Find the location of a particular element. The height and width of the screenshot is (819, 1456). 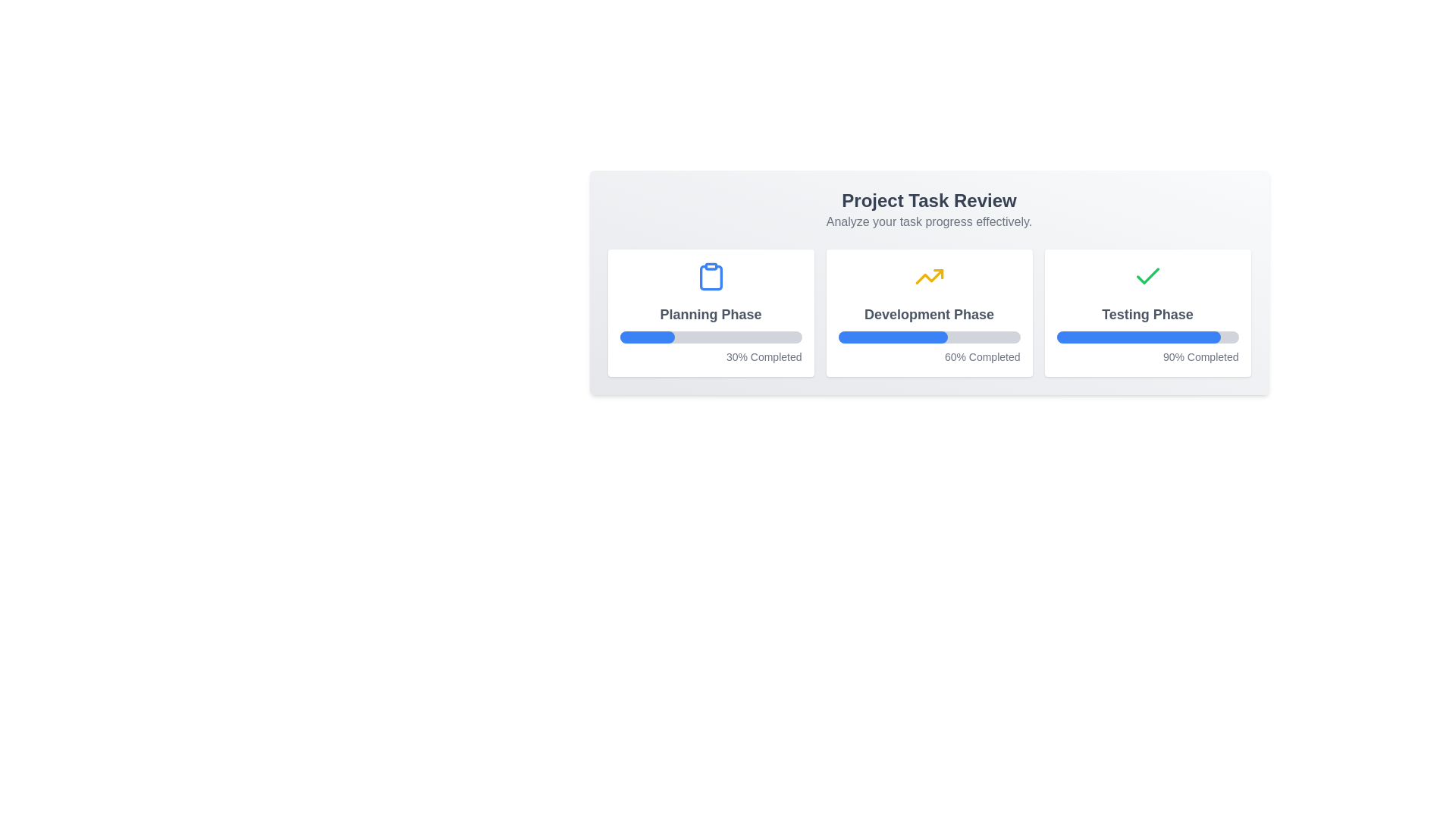

the blue clipboard icon located within the 'Planning Phase' card, which is the first of three cards under the 'Project Task Review' section is located at coordinates (710, 278).